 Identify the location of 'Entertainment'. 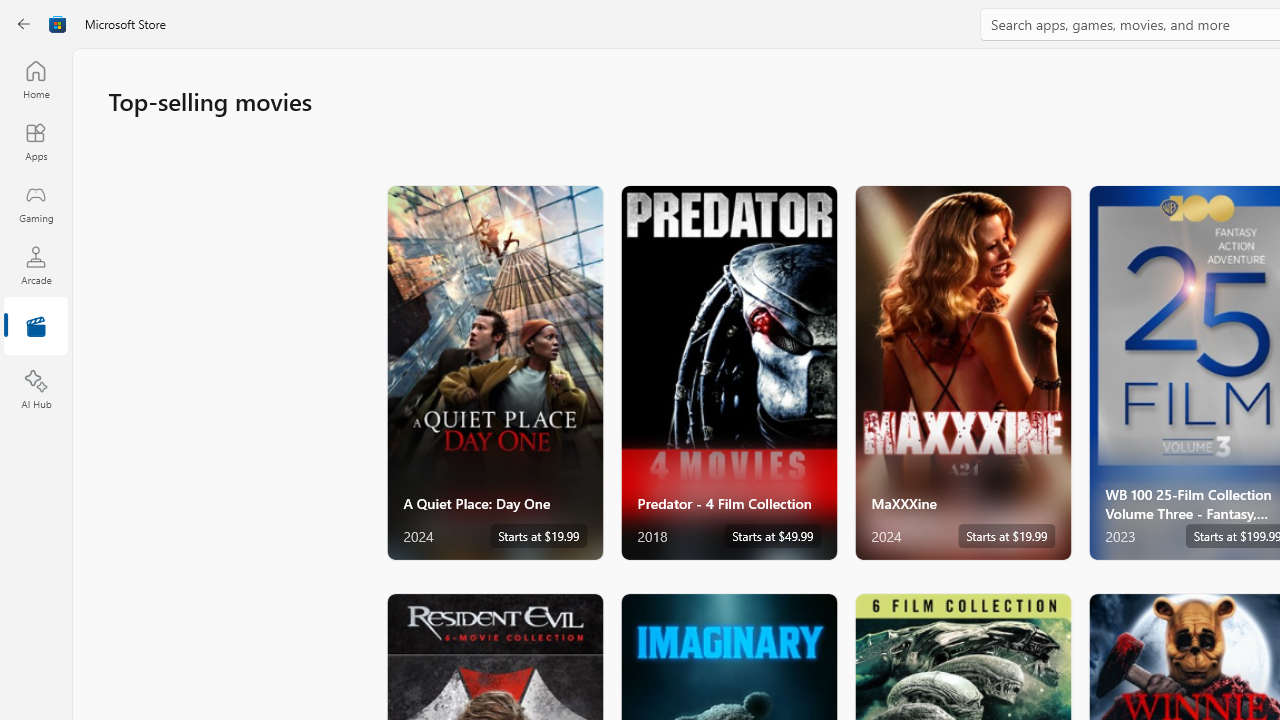
(35, 326).